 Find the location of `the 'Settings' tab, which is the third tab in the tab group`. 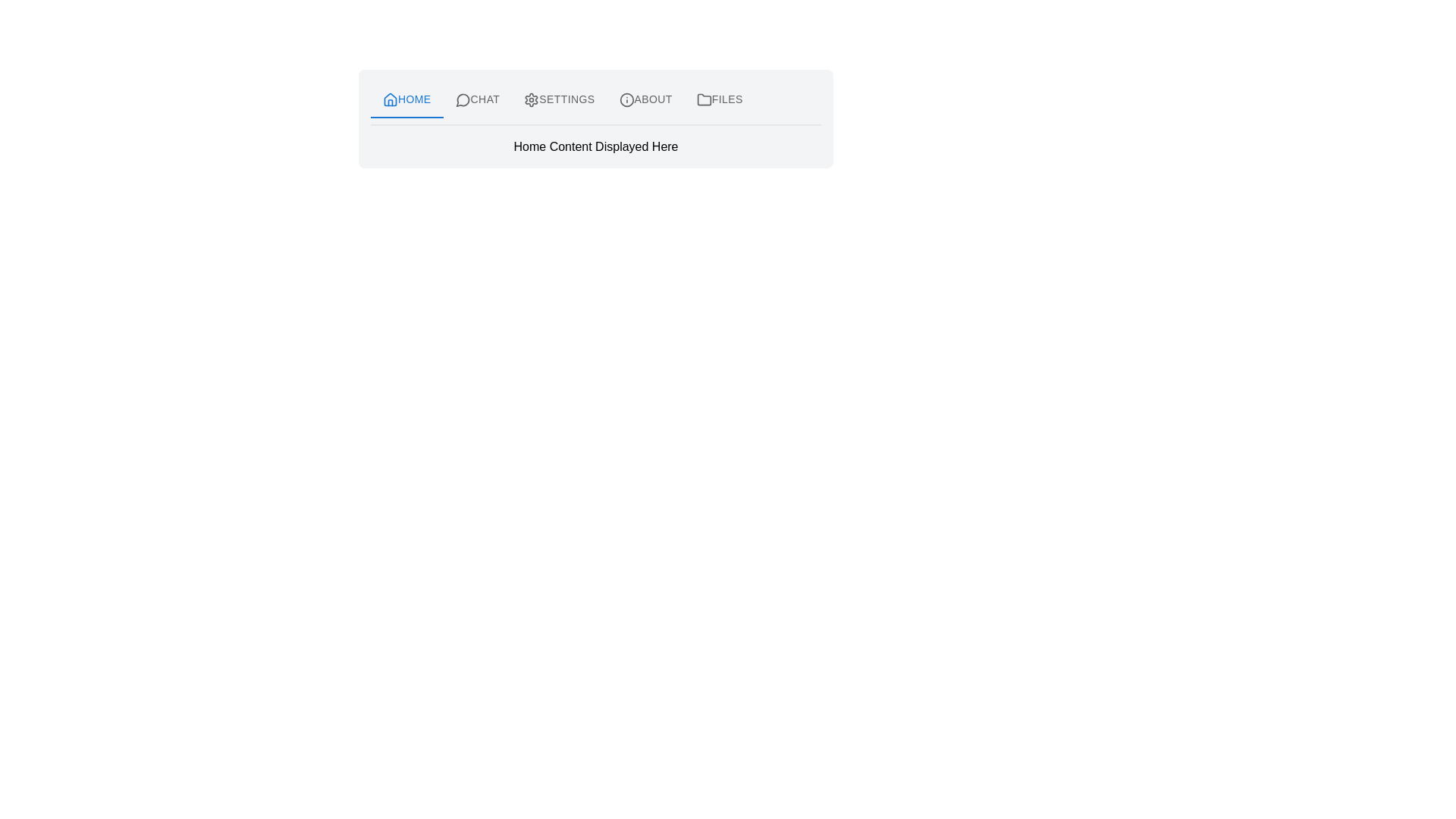

the 'Settings' tab, which is the third tab in the tab group is located at coordinates (558, 99).